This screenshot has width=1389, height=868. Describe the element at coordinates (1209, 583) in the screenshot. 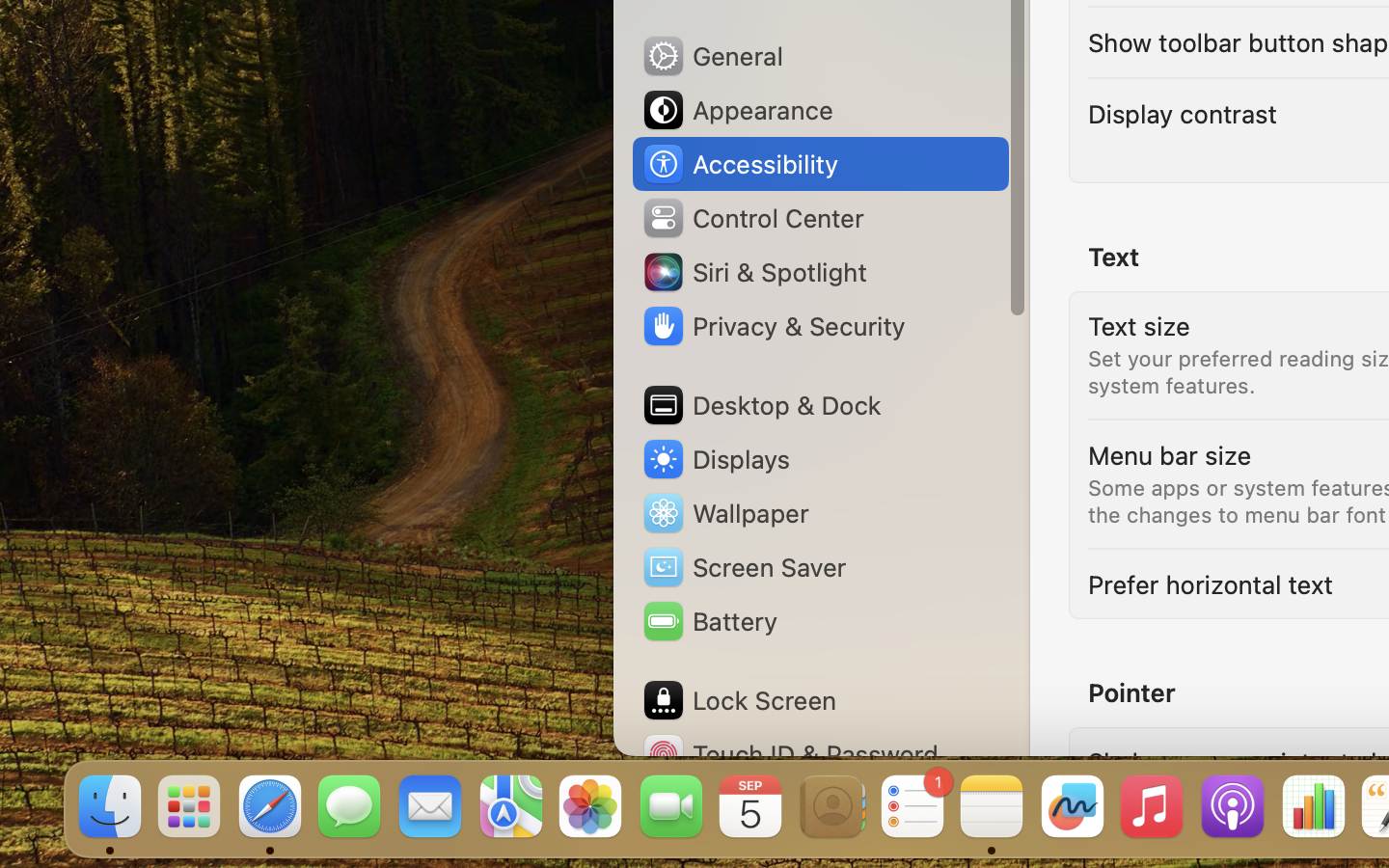

I see `'Prefer horizontal text'` at that location.